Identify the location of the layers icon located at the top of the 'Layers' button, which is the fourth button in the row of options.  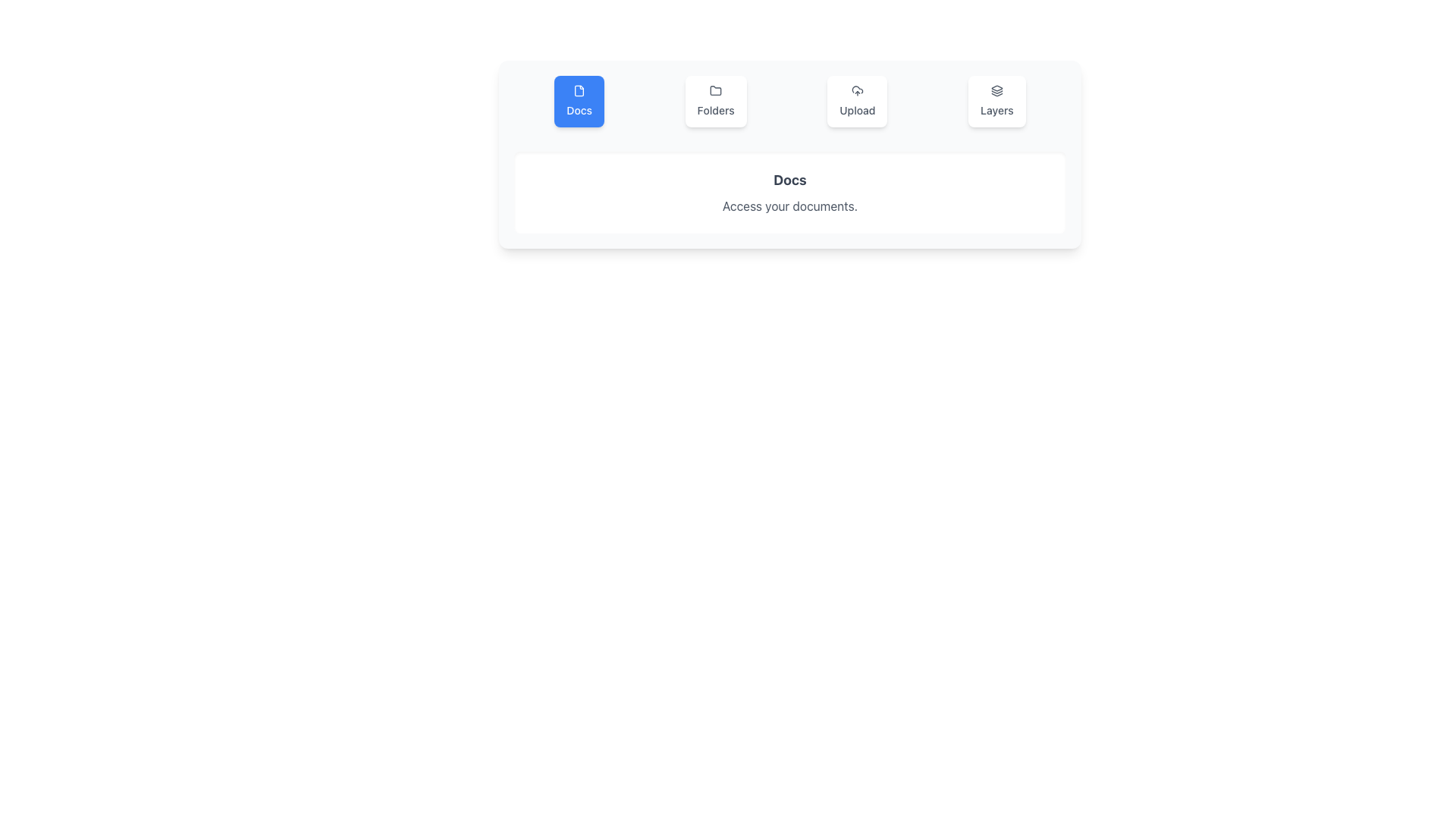
(996, 90).